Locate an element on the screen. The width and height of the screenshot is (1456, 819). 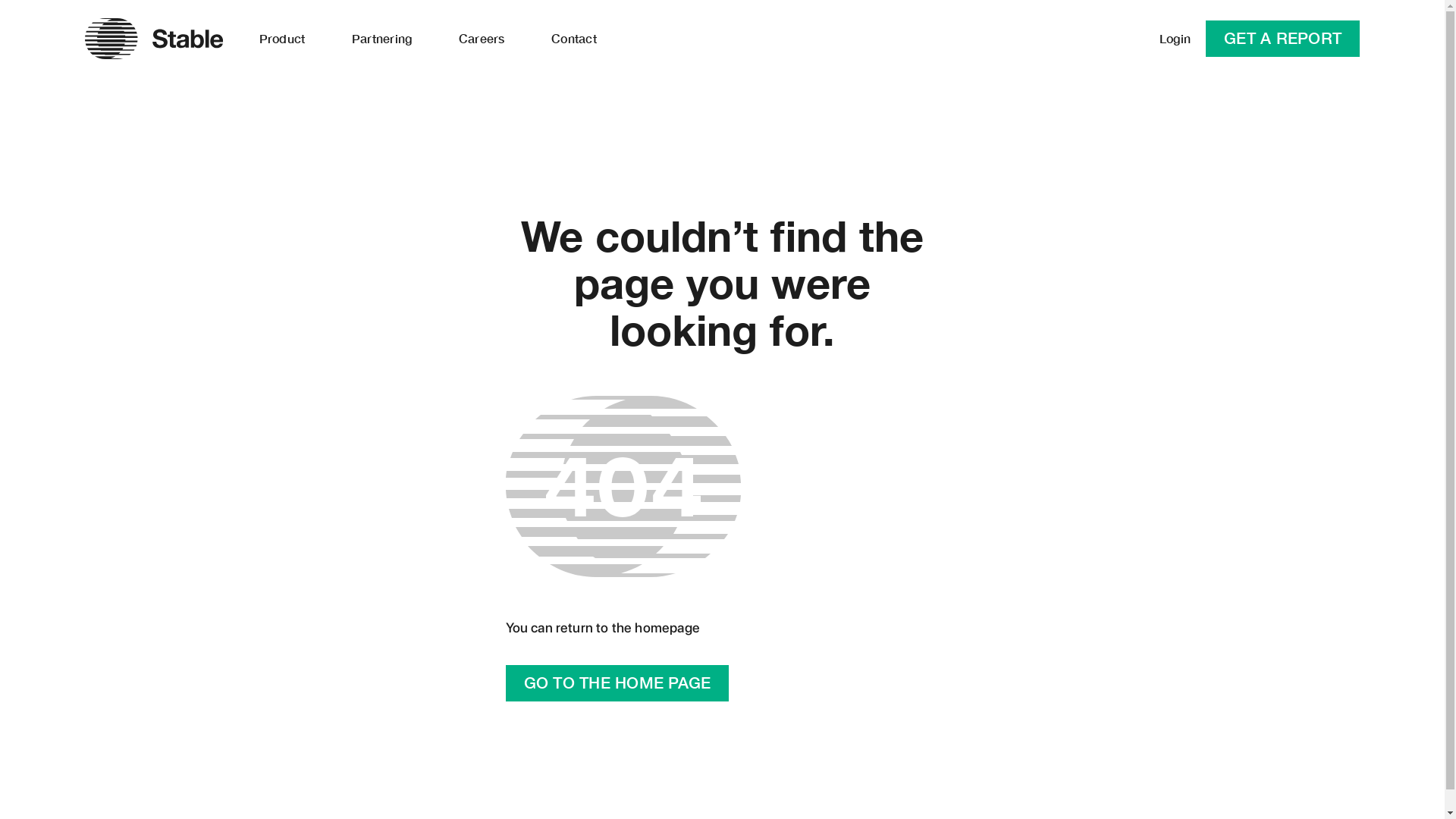
'Partnering' is located at coordinates (381, 37).